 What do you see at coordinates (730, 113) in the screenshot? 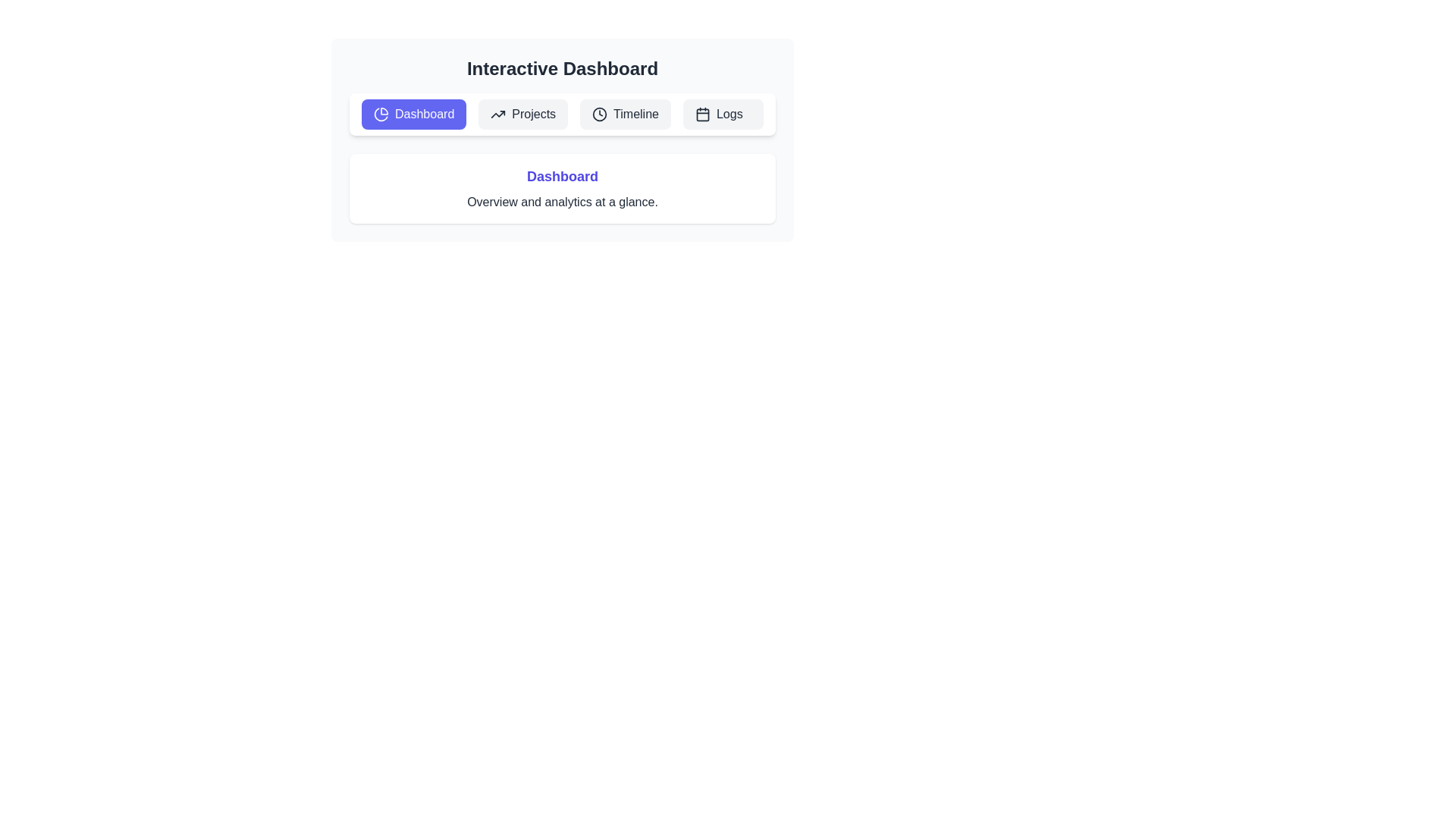
I see `the 'Logs' text label located within the navigation button` at bounding box center [730, 113].